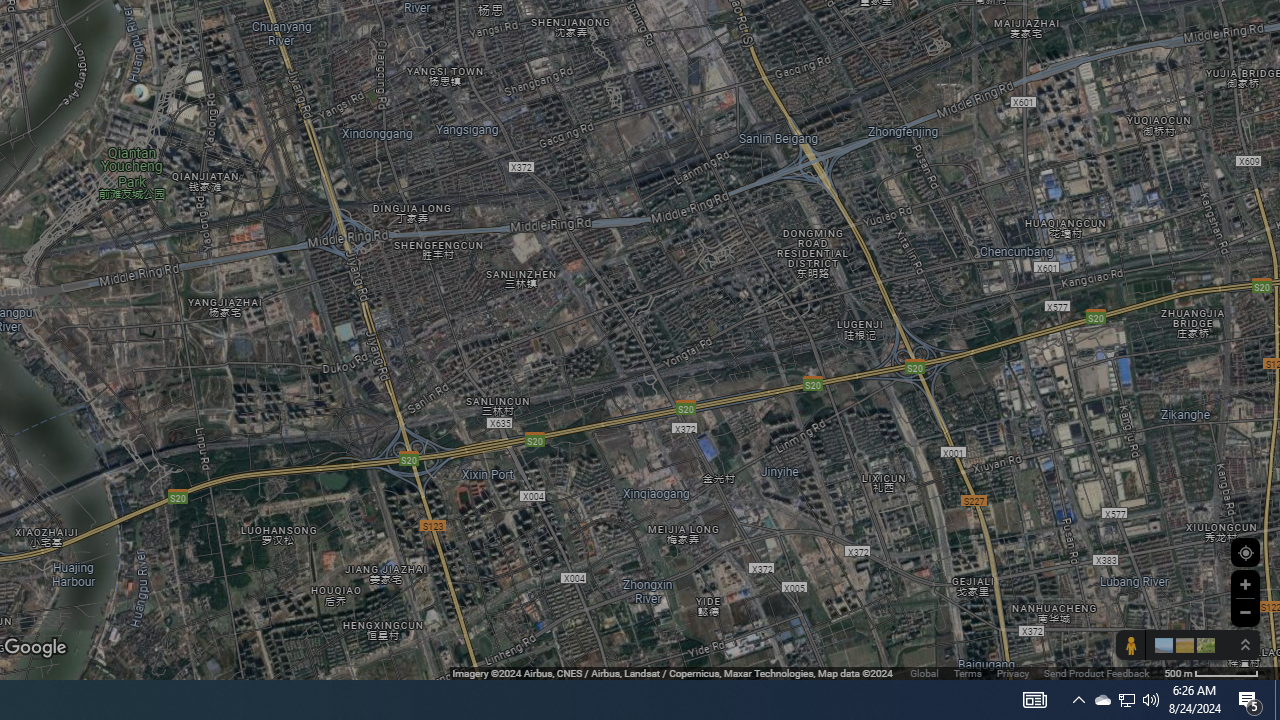  What do you see at coordinates (1244, 611) in the screenshot?
I see `'Zoom out'` at bounding box center [1244, 611].